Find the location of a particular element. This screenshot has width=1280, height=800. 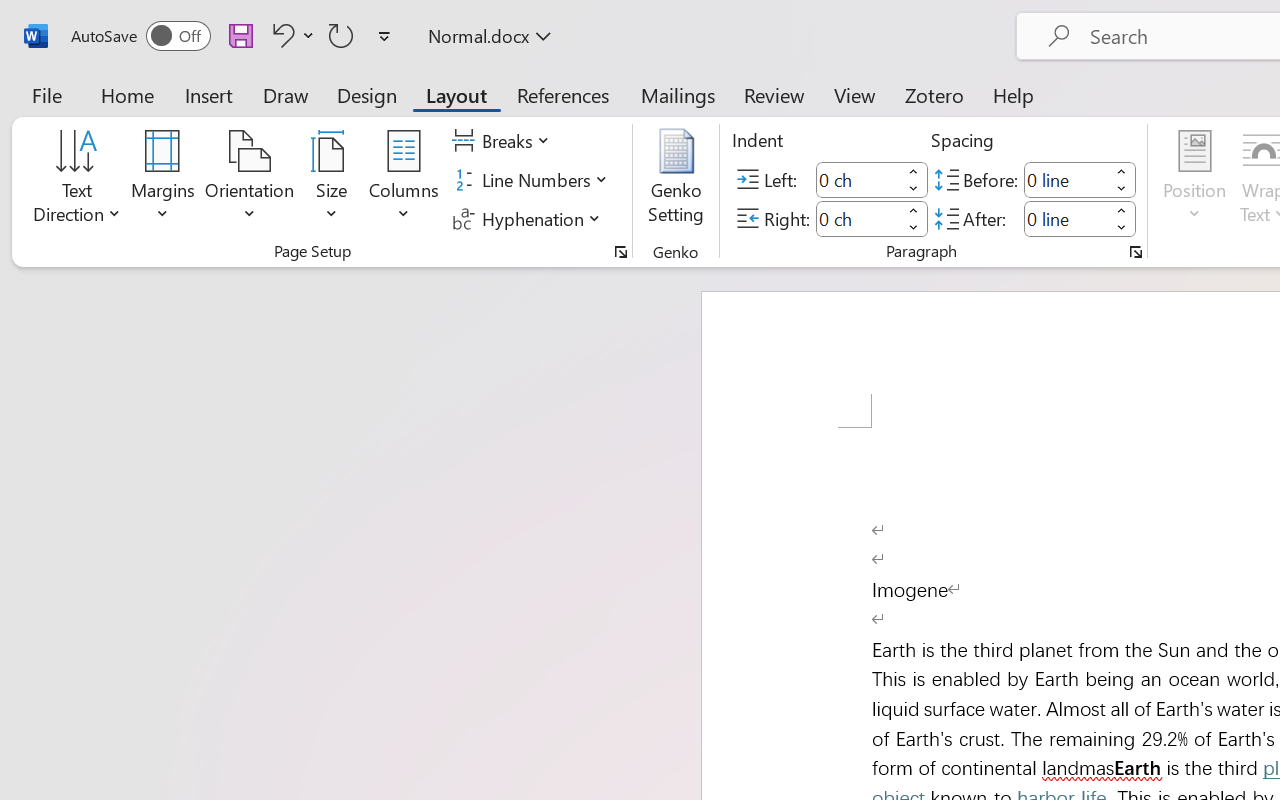

'Hyphenation' is located at coordinates (529, 218).